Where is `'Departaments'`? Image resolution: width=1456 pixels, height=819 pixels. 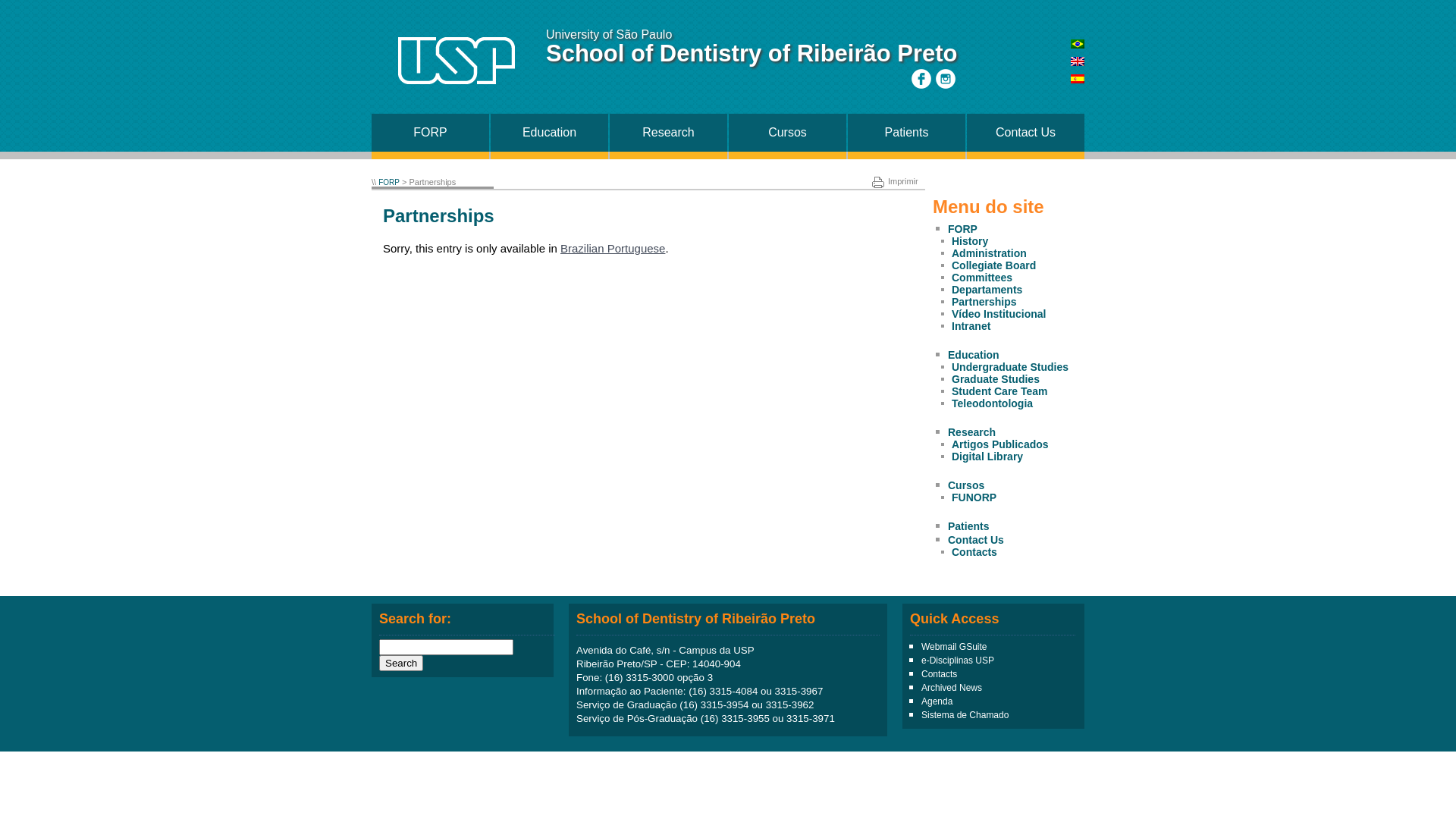
'Departaments' is located at coordinates (987, 289).